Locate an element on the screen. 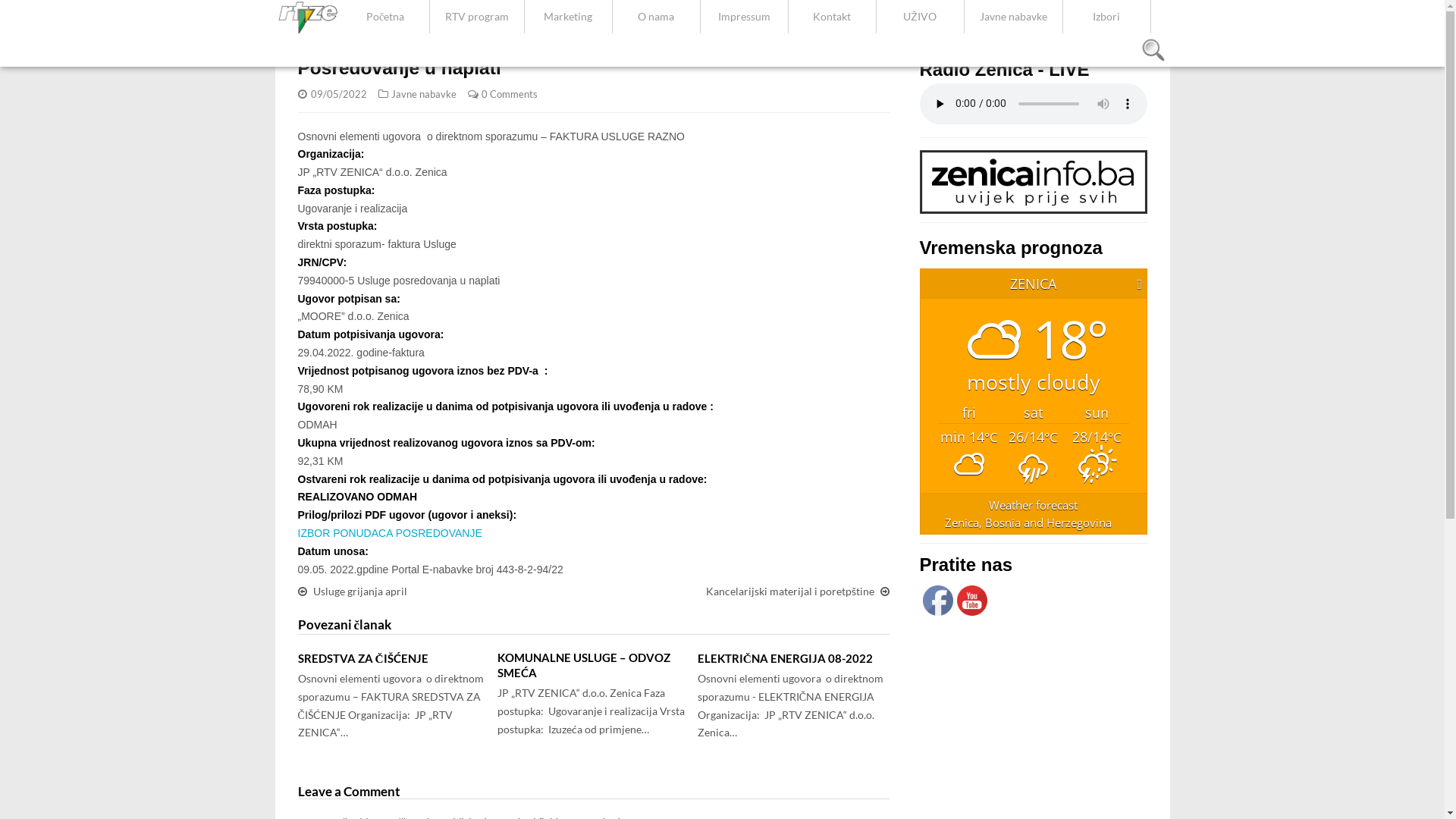 The image size is (1456, 819). 'Marketing' is located at coordinates (567, 17).